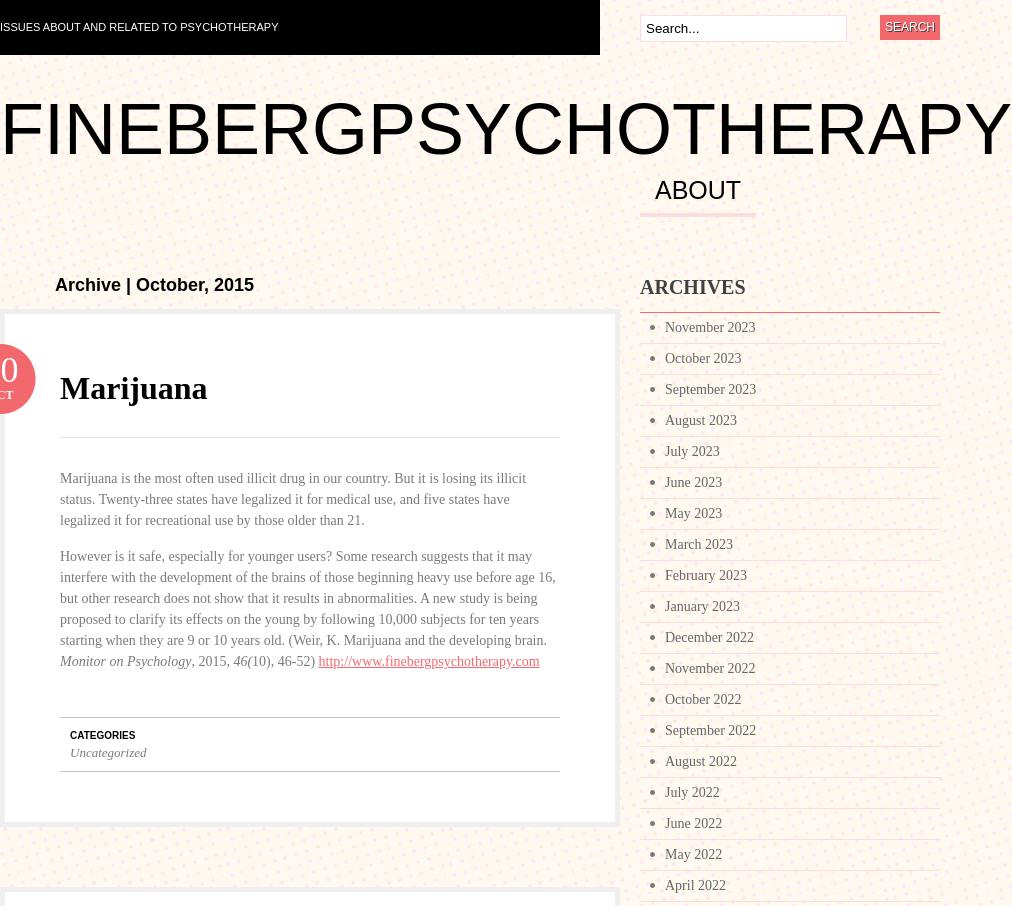 This screenshot has height=906, width=1012. What do you see at coordinates (693, 853) in the screenshot?
I see `'May 2022'` at bounding box center [693, 853].